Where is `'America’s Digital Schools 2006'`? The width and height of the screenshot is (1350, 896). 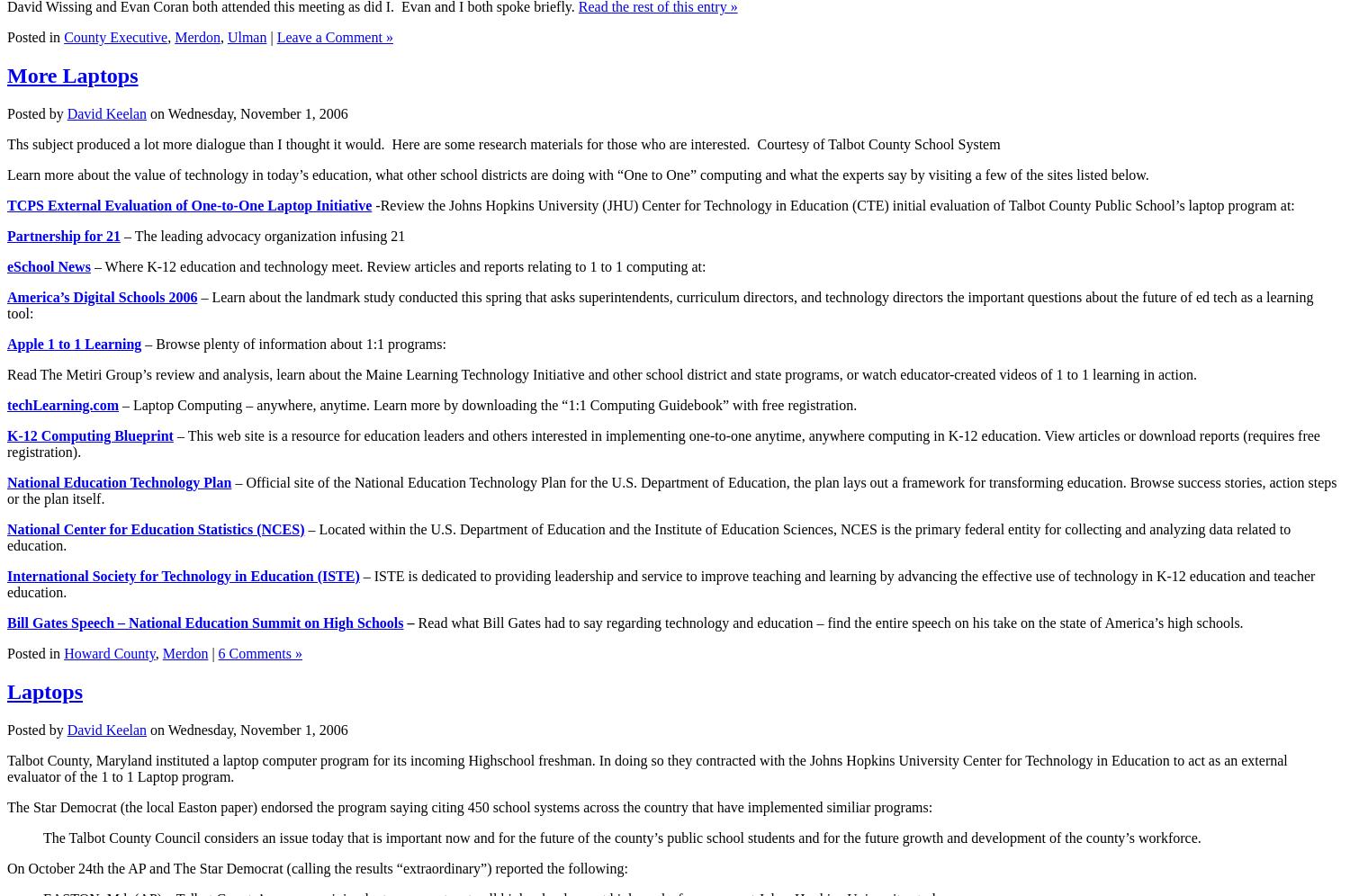 'America’s Digital Schools 2006' is located at coordinates (6, 296).